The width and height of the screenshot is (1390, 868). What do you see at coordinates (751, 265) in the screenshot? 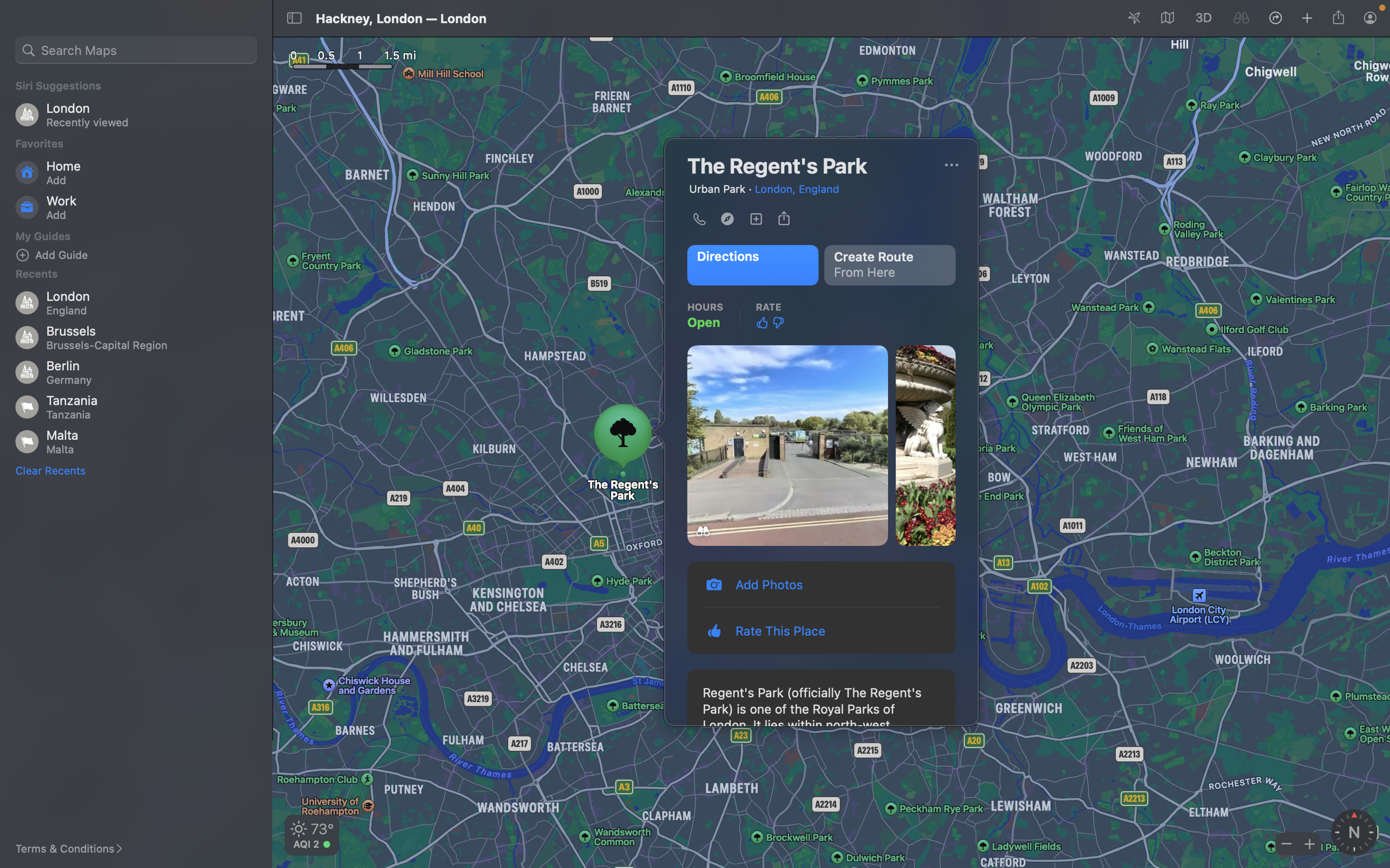
I see `Determine the way to the Regent"s path` at bounding box center [751, 265].